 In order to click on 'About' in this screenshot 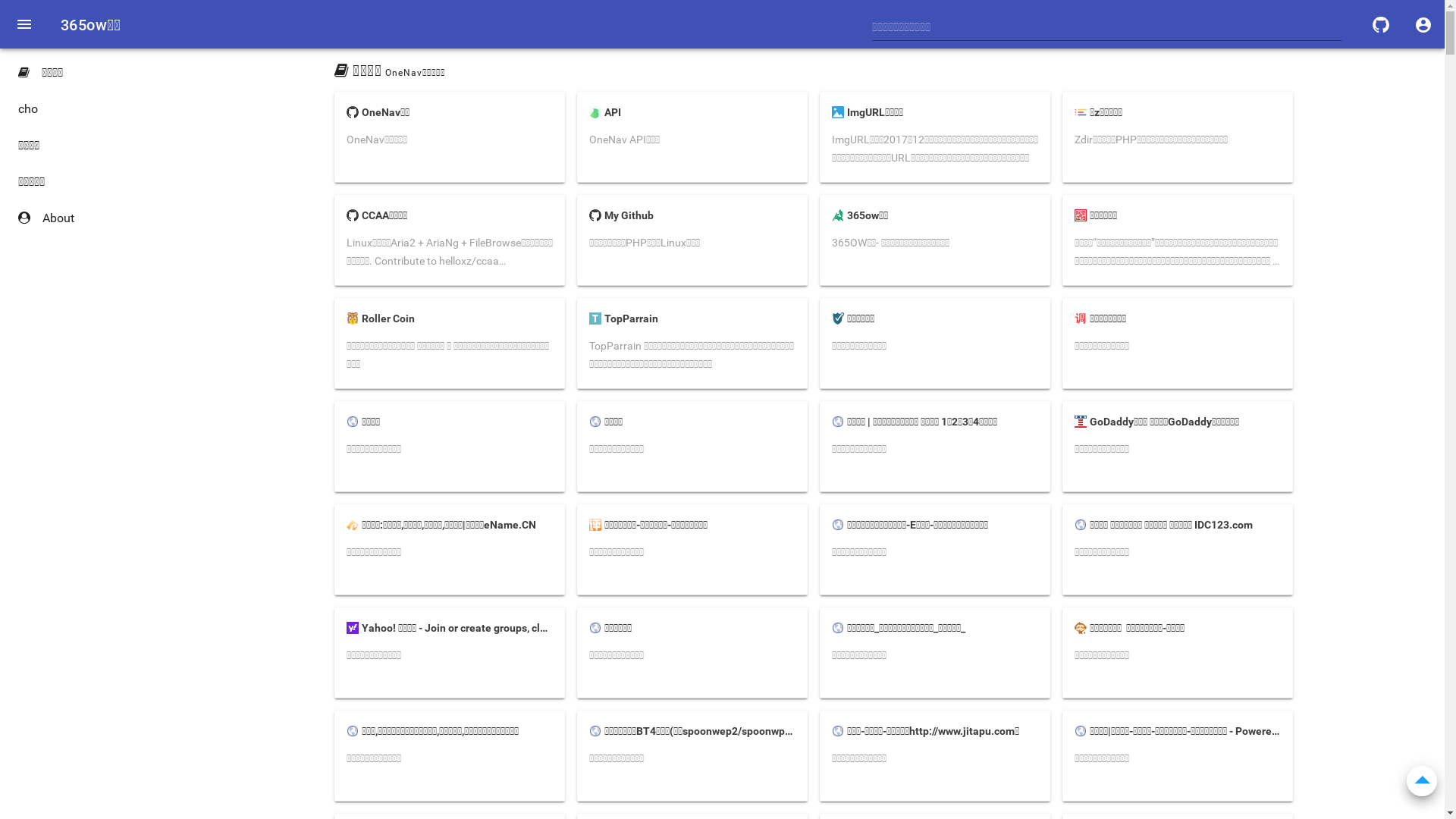, I will do `click(90, 218)`.